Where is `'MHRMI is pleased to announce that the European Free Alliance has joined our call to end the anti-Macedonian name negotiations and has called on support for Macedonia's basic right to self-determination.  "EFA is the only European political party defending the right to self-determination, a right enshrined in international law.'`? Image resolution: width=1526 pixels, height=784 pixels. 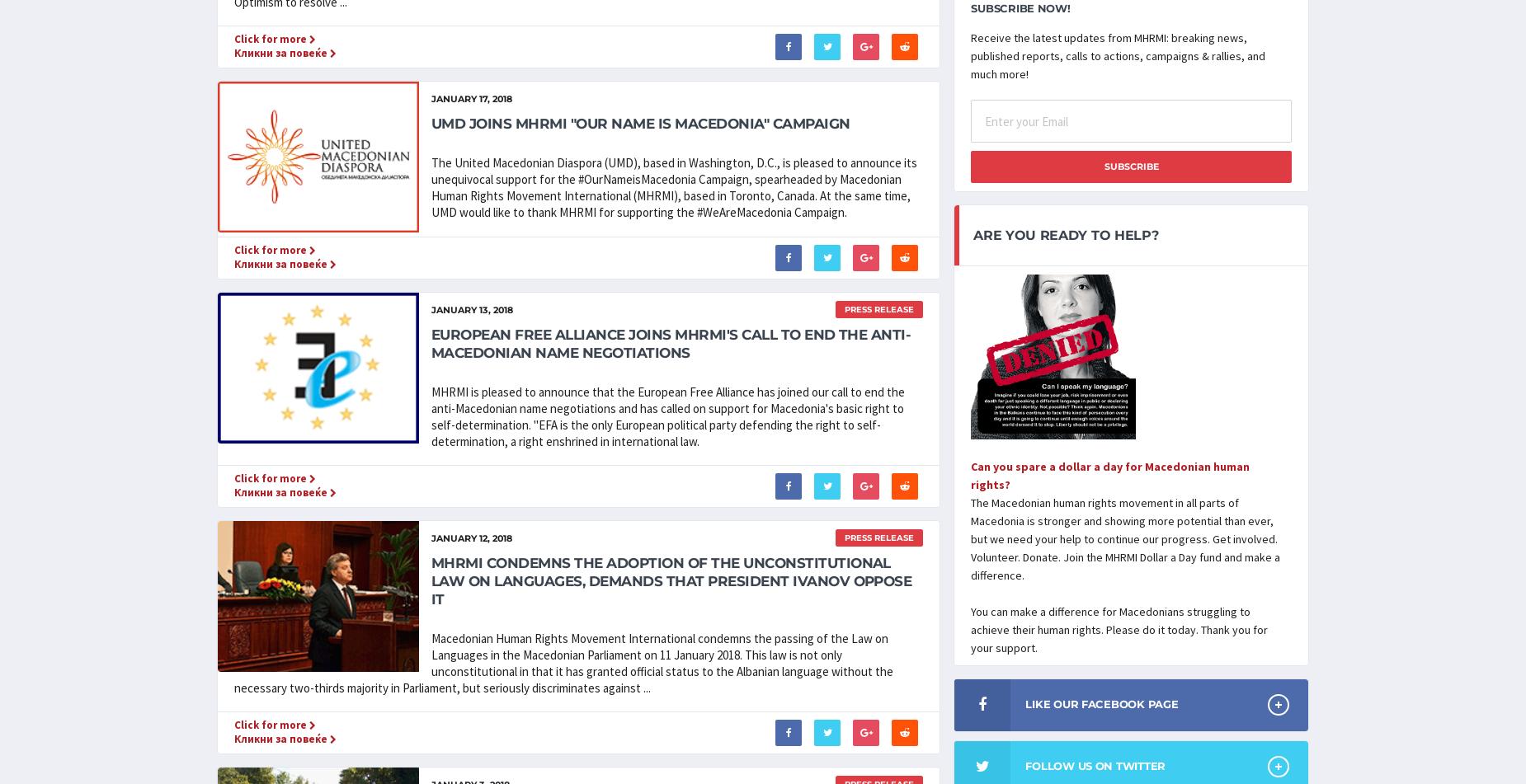
'MHRMI is pleased to announce that the European Free Alliance has joined our call to end the anti-Macedonian name negotiations and has called on support for Macedonia's basic right to self-determination.  "EFA is the only European political party defending the right to self-determination, a right enshrined in international law.' is located at coordinates (667, 415).